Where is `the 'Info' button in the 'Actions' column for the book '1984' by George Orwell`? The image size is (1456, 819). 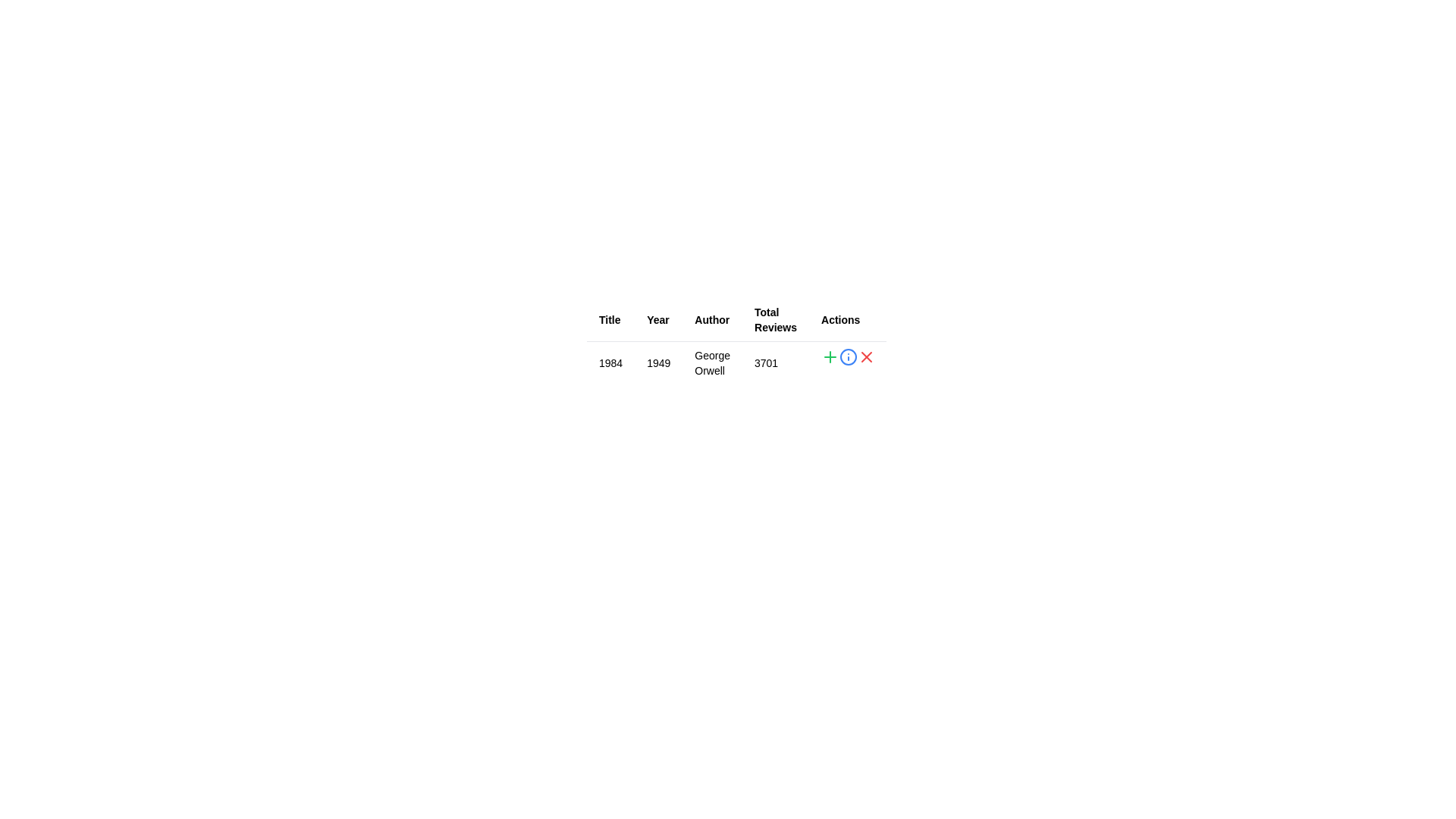 the 'Info' button in the 'Actions' column for the book '1984' by George Orwell is located at coordinates (847, 356).